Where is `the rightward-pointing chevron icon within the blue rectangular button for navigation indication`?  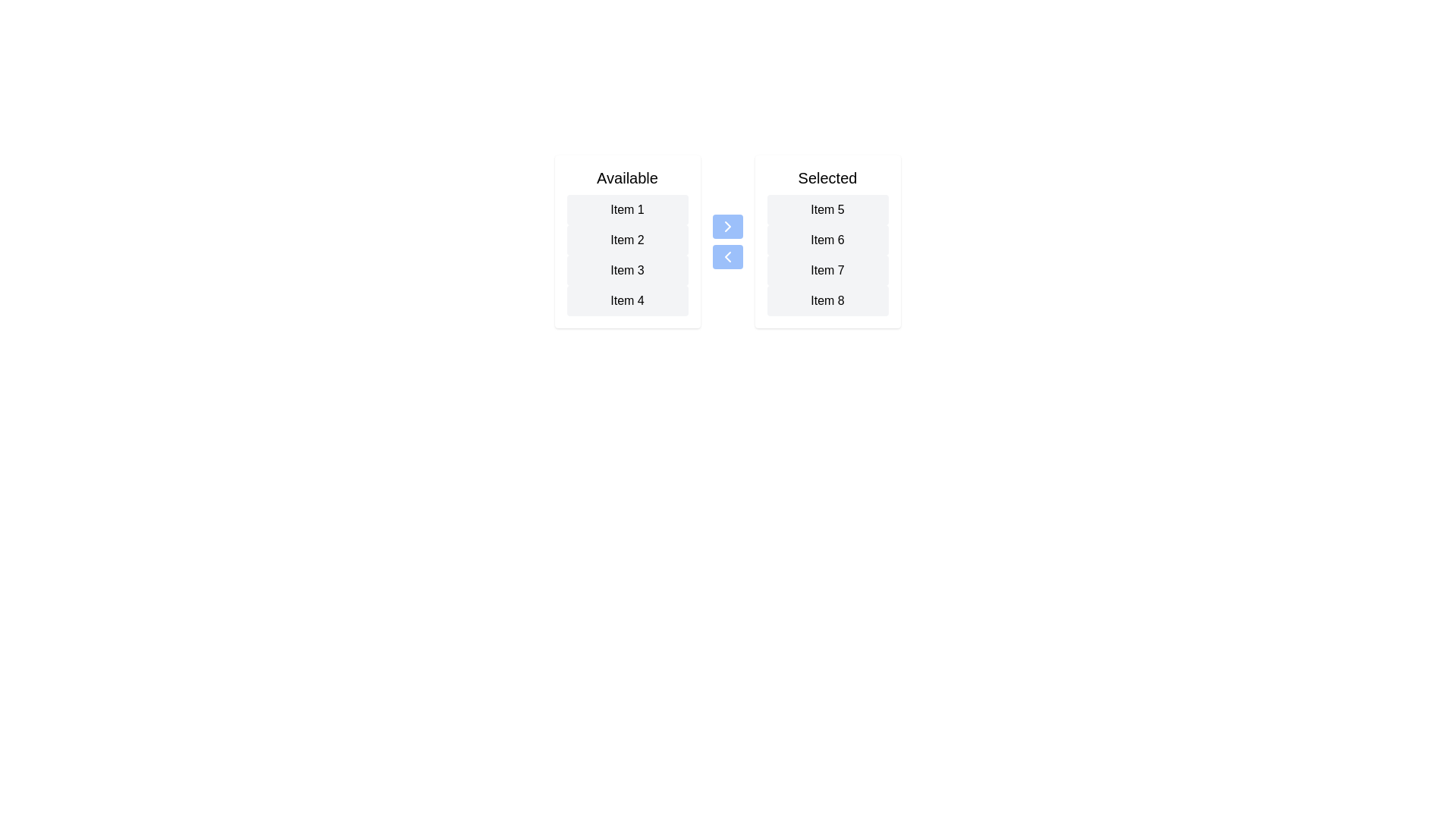 the rightward-pointing chevron icon within the blue rectangular button for navigation indication is located at coordinates (726, 227).